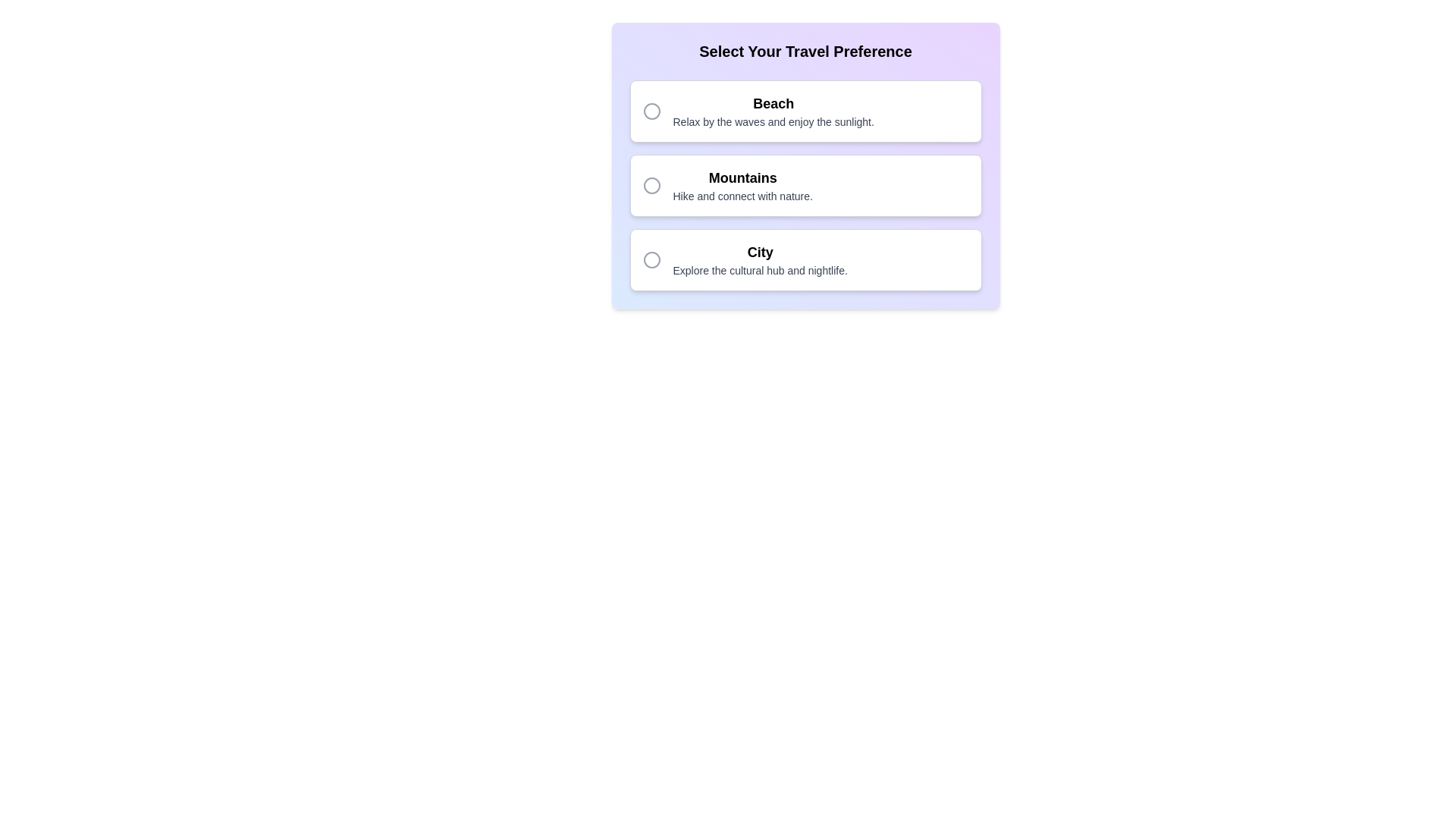 The width and height of the screenshot is (1456, 819). I want to click on the SVG Circle Indicator that visually marks the selected option in the list of radiobutton choices for 'Select Your Travel Preference', so click(651, 110).